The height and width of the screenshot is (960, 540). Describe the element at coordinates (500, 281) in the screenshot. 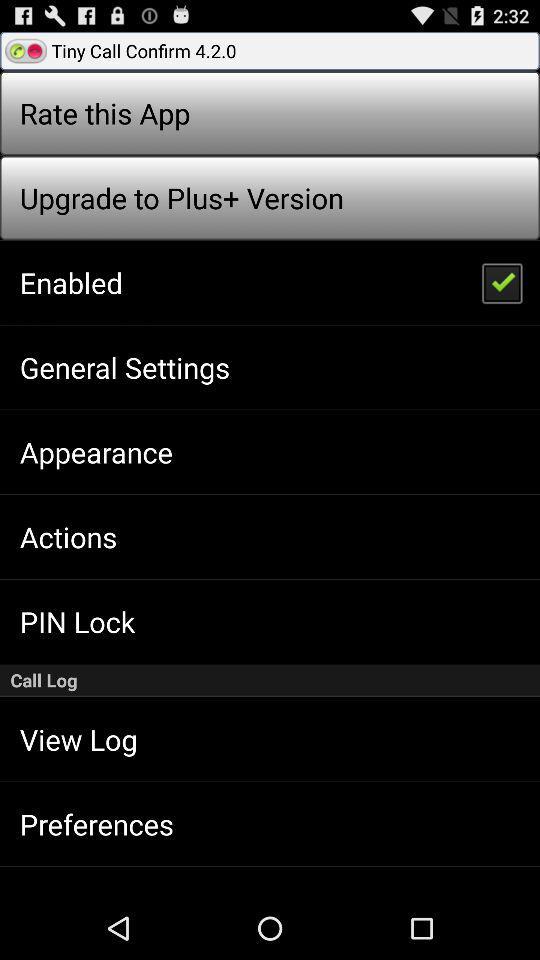

I see `icon next to enabled item` at that location.